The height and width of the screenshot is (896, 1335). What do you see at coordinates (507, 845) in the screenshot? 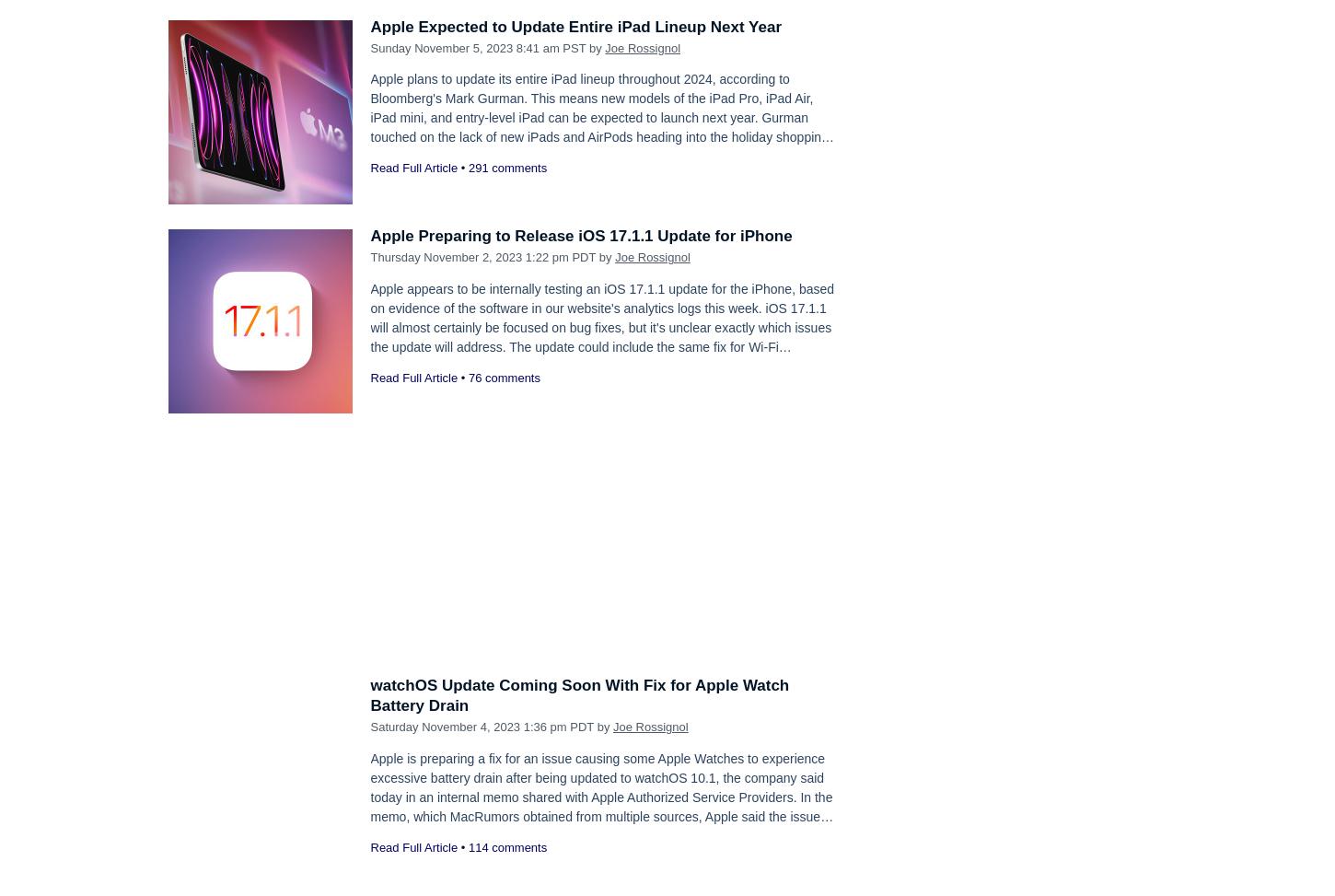
I see `'114 comments'` at bounding box center [507, 845].